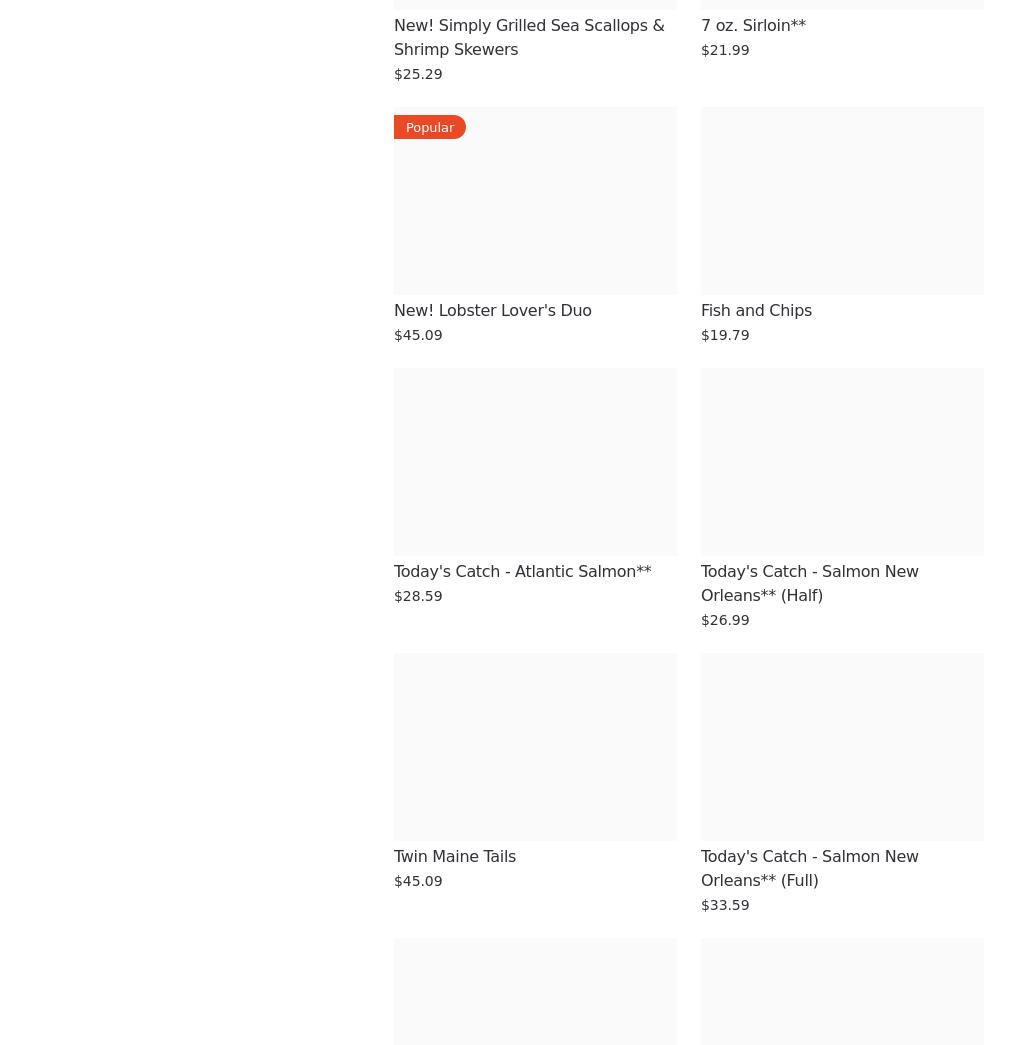  I want to click on '$21.99', so click(724, 48).